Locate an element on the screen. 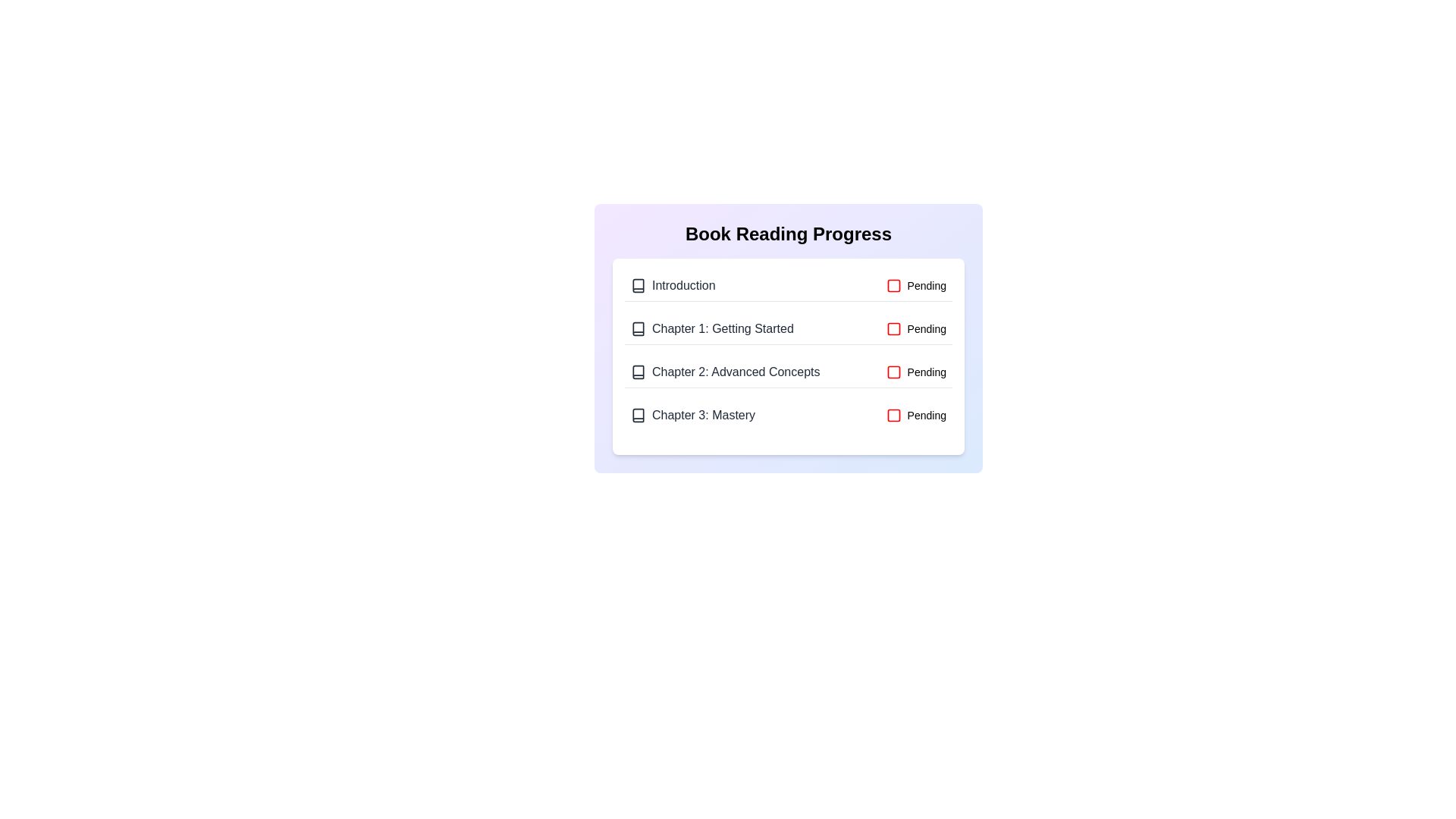  the toggle button for chapter 4 to change its completion status is located at coordinates (915, 415).